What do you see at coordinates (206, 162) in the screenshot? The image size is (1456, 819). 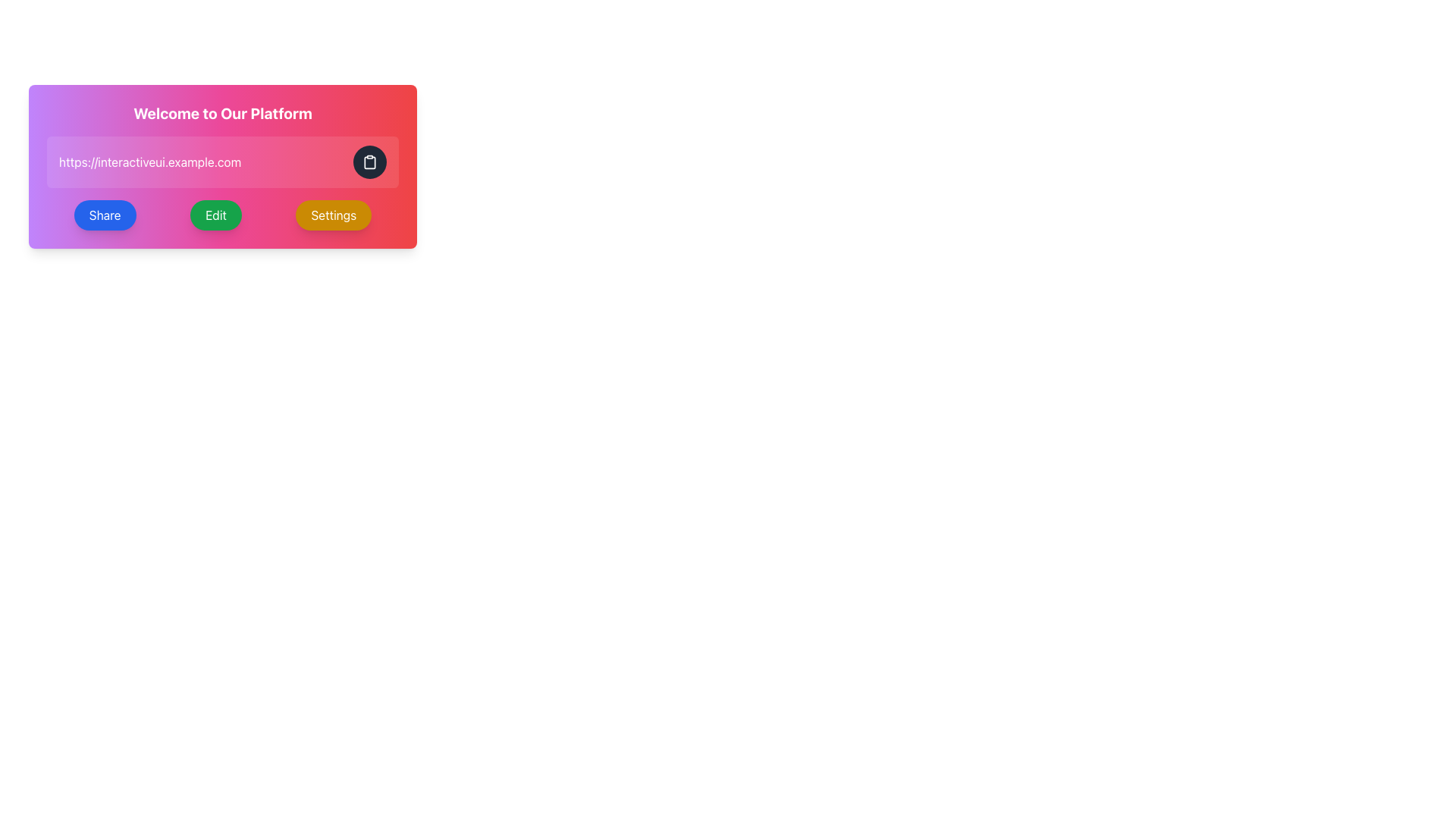 I see `on the single-line text input field containing the URL 'https://interactiveui.example.com'` at bounding box center [206, 162].